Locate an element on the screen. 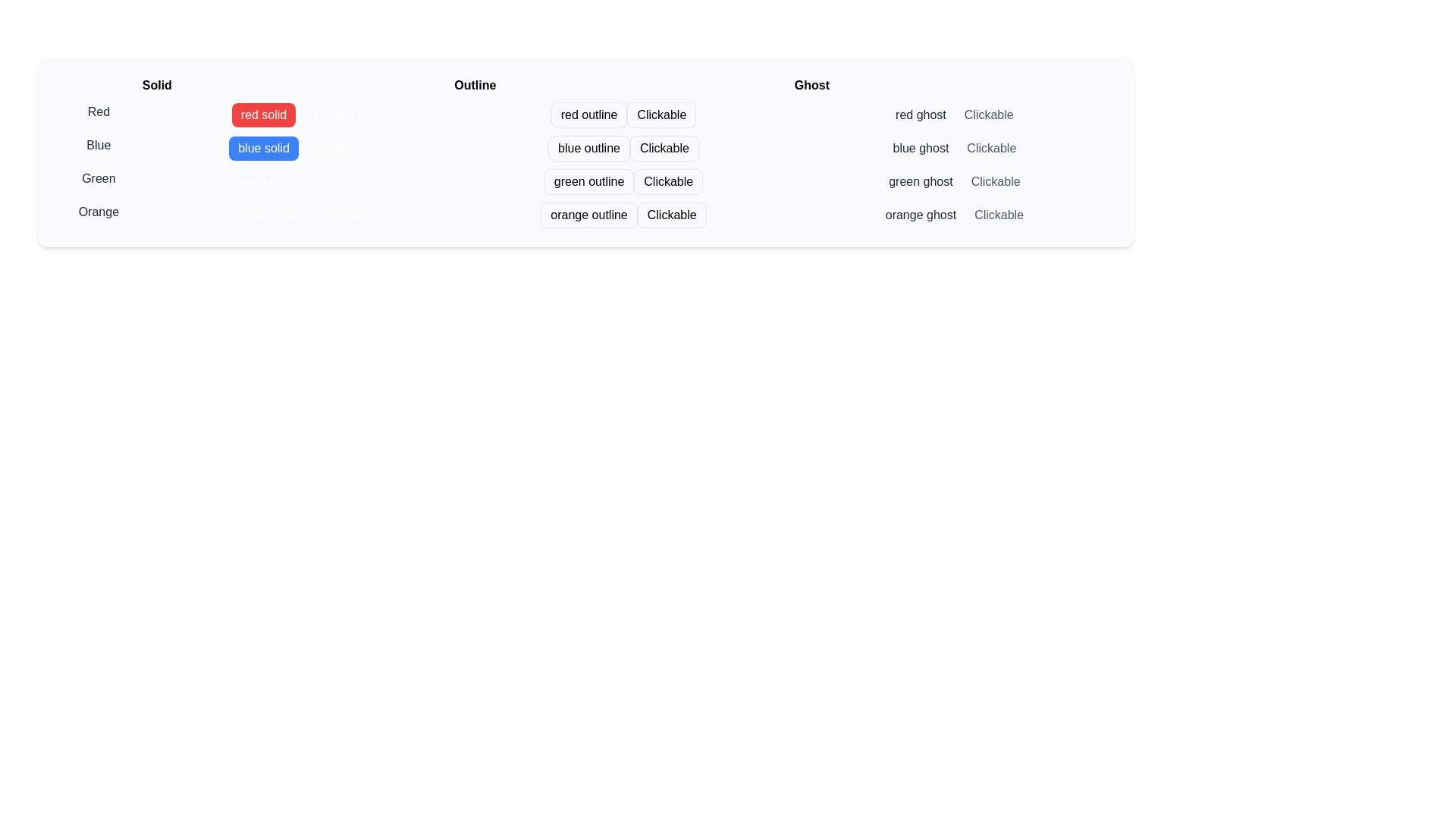 The width and height of the screenshot is (1456, 819). text of the label indicating 'green ghost' located in the third row under the column 'Ghost' in the table, positioned between 'blue ghost Clickable' and 'orange ghost Clickable' is located at coordinates (953, 177).